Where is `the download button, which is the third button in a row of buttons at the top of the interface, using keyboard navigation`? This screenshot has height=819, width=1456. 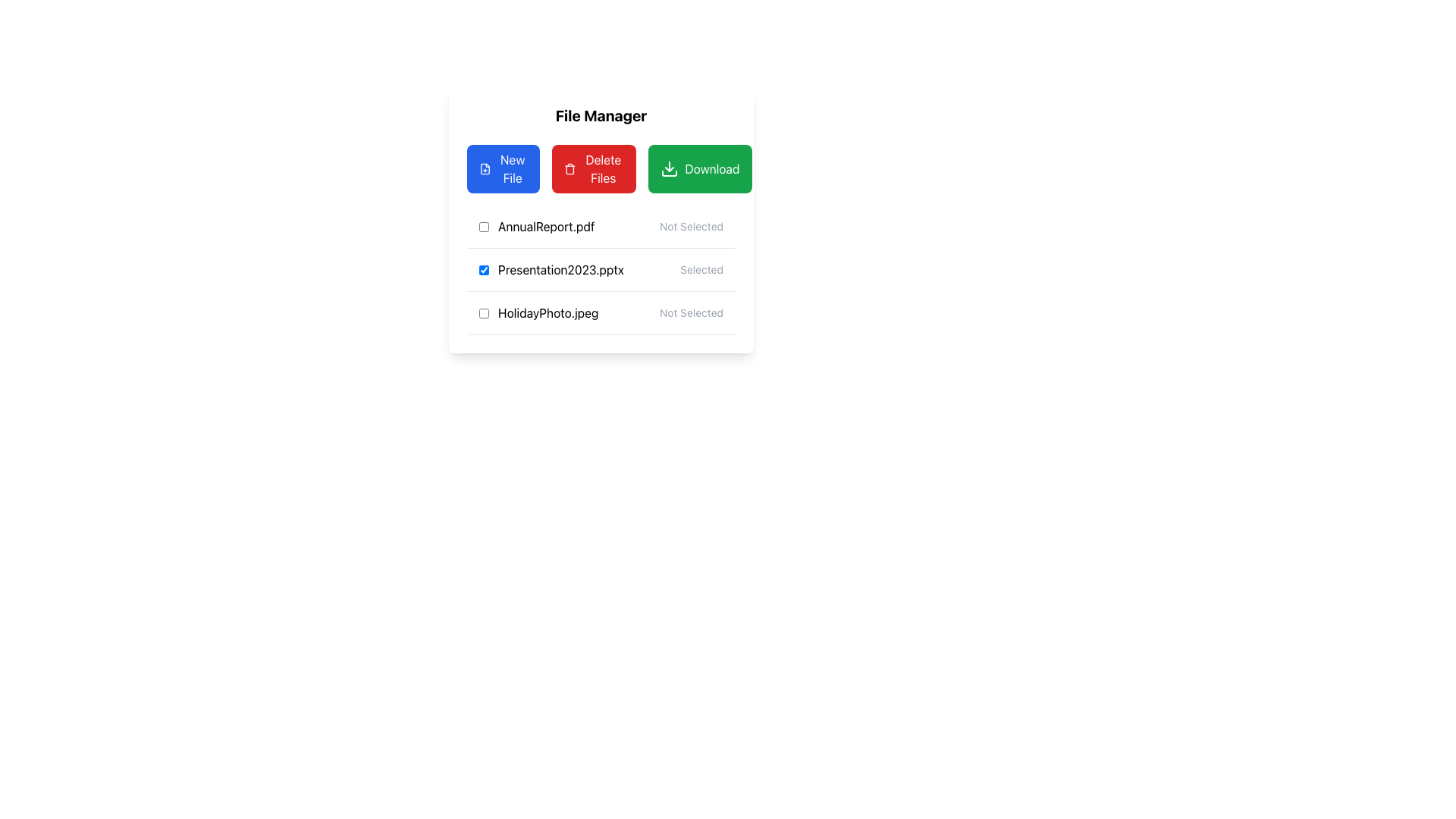
the download button, which is the third button in a row of buttons at the top of the interface, using keyboard navigation is located at coordinates (699, 169).